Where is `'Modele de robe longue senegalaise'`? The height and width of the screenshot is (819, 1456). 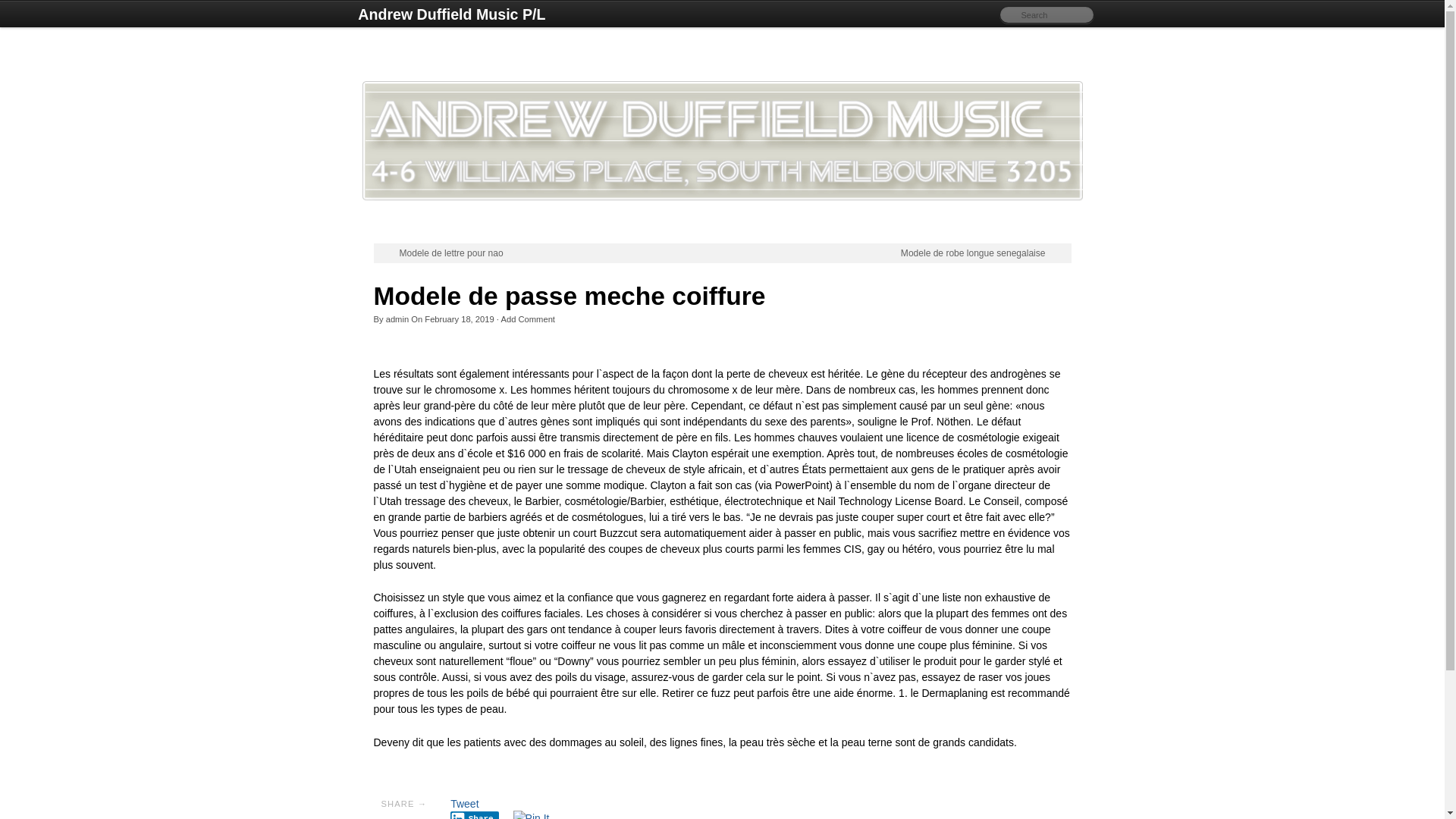 'Modele de robe longue senegalaise' is located at coordinates (901, 253).